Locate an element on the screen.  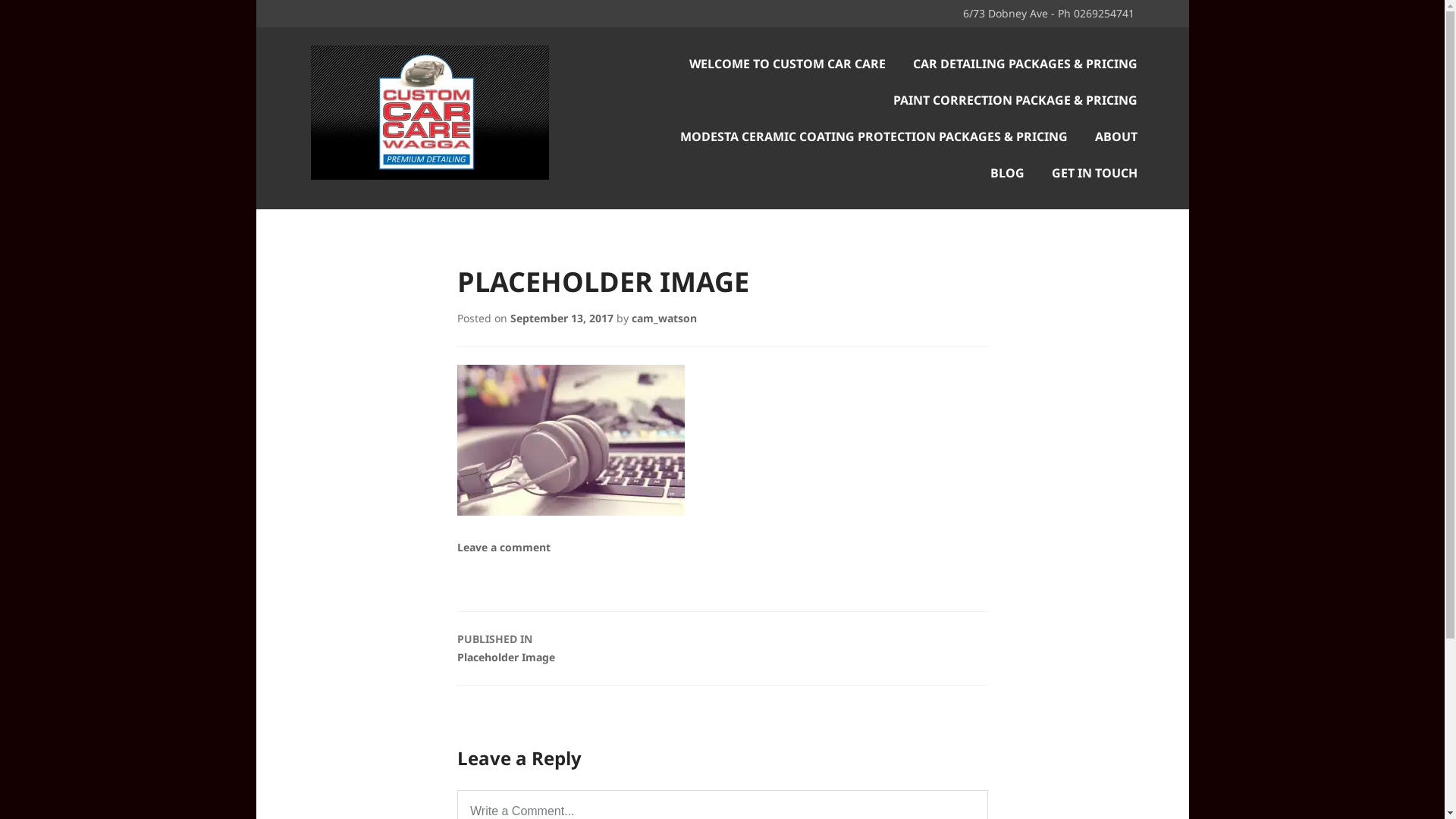
'Leave a comment' is located at coordinates (503, 547).